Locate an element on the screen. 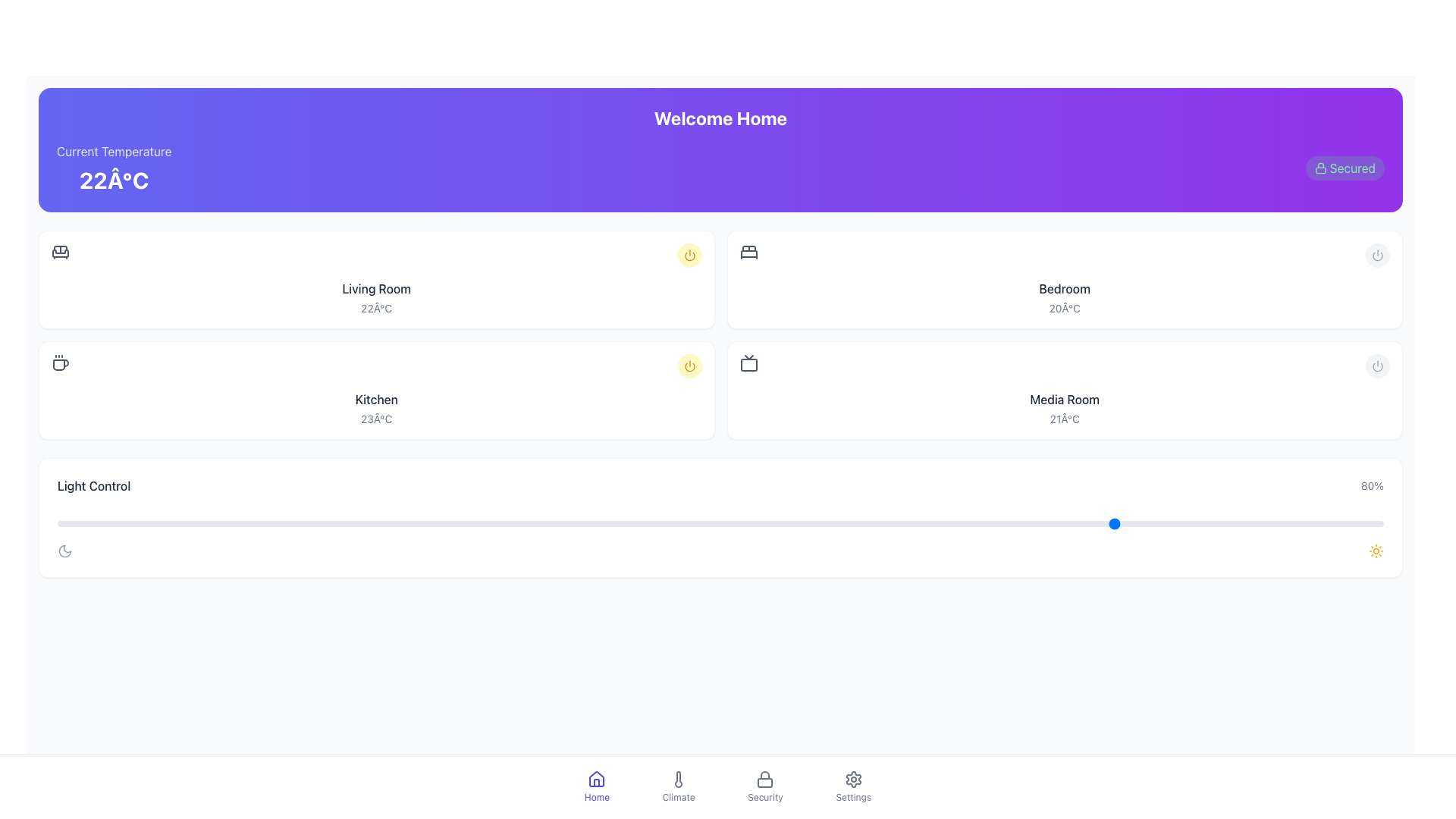 The width and height of the screenshot is (1456, 819). the power button icon, which is represented by a circular outline with a vertical line segment inside is located at coordinates (1378, 254).